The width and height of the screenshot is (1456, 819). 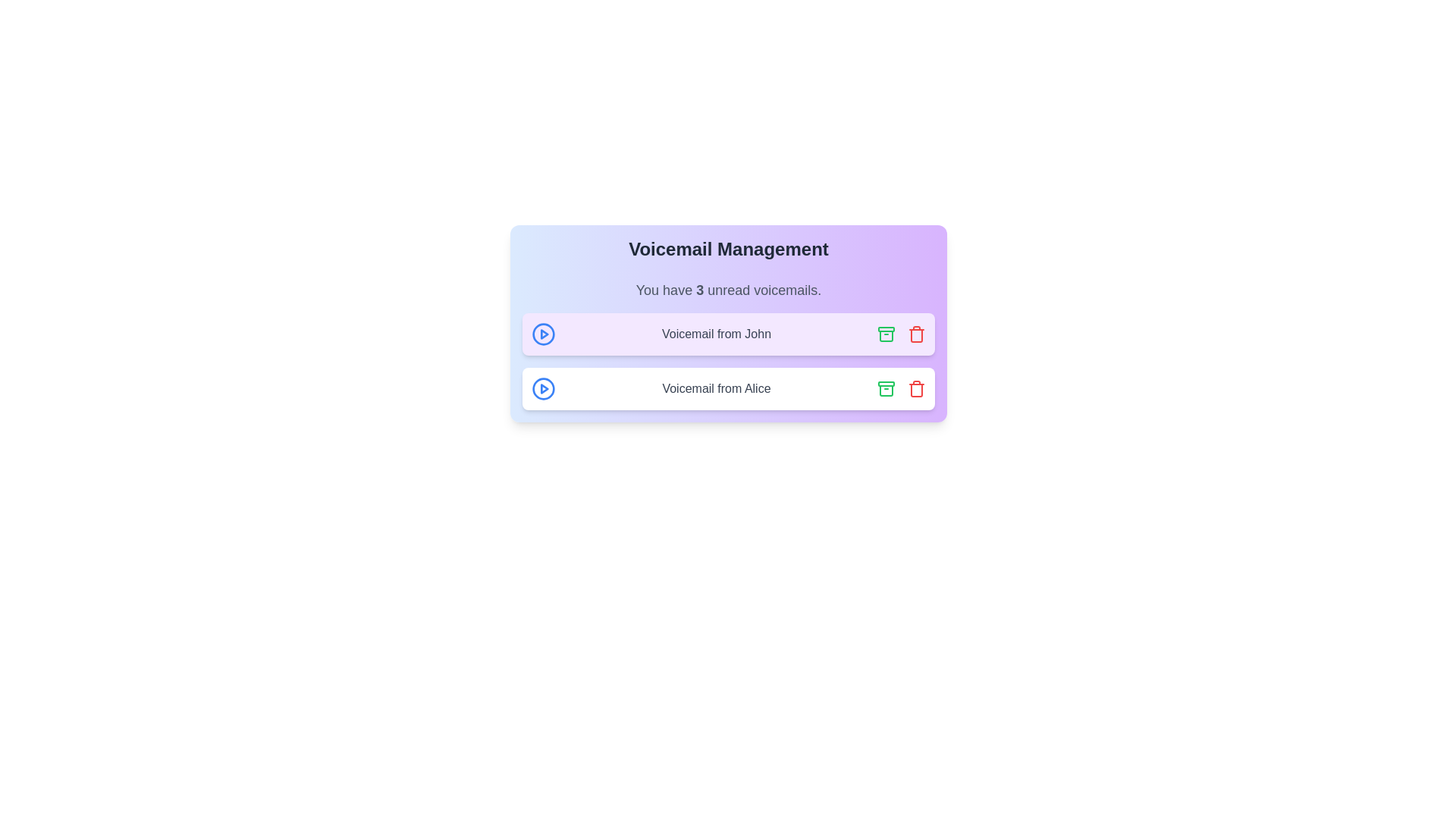 What do you see at coordinates (916, 388) in the screenshot?
I see `the trash icon delete button located at the extreme right of the 'Voicemail from Alice' entry` at bounding box center [916, 388].